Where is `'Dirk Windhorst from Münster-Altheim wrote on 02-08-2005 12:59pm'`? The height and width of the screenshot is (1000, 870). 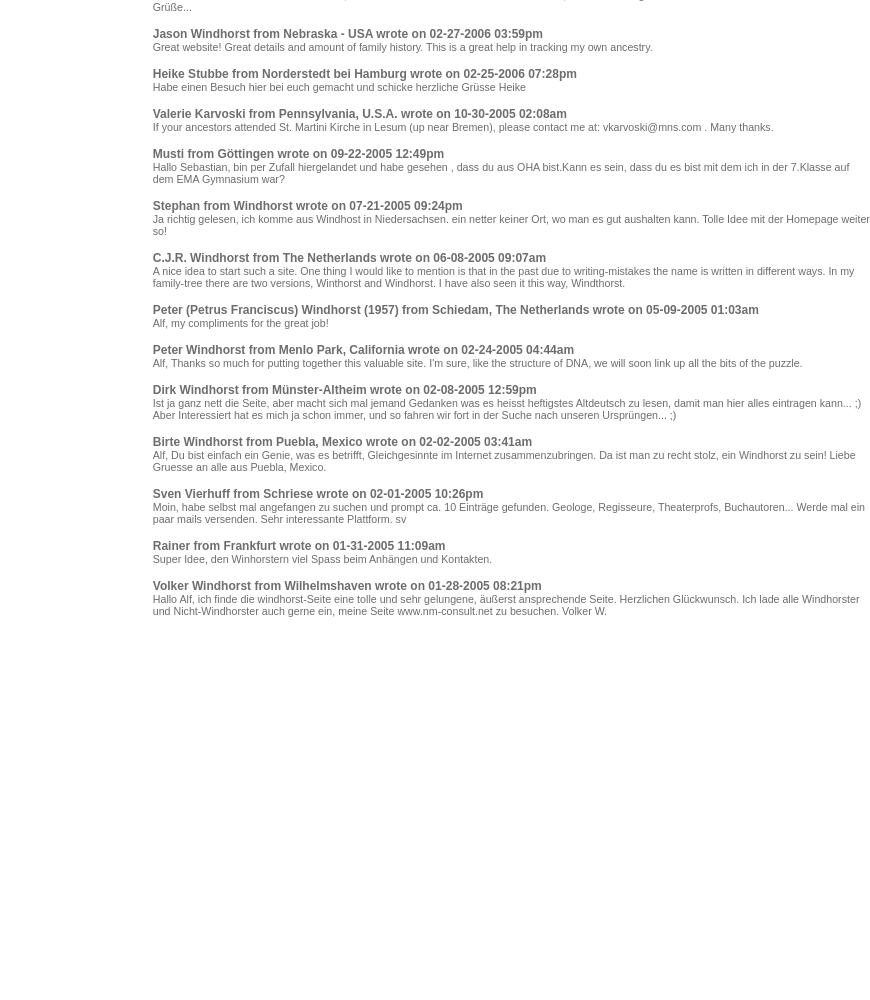
'Dirk Windhorst from Münster-Altheim wrote on 02-08-2005 12:59pm' is located at coordinates (150, 390).